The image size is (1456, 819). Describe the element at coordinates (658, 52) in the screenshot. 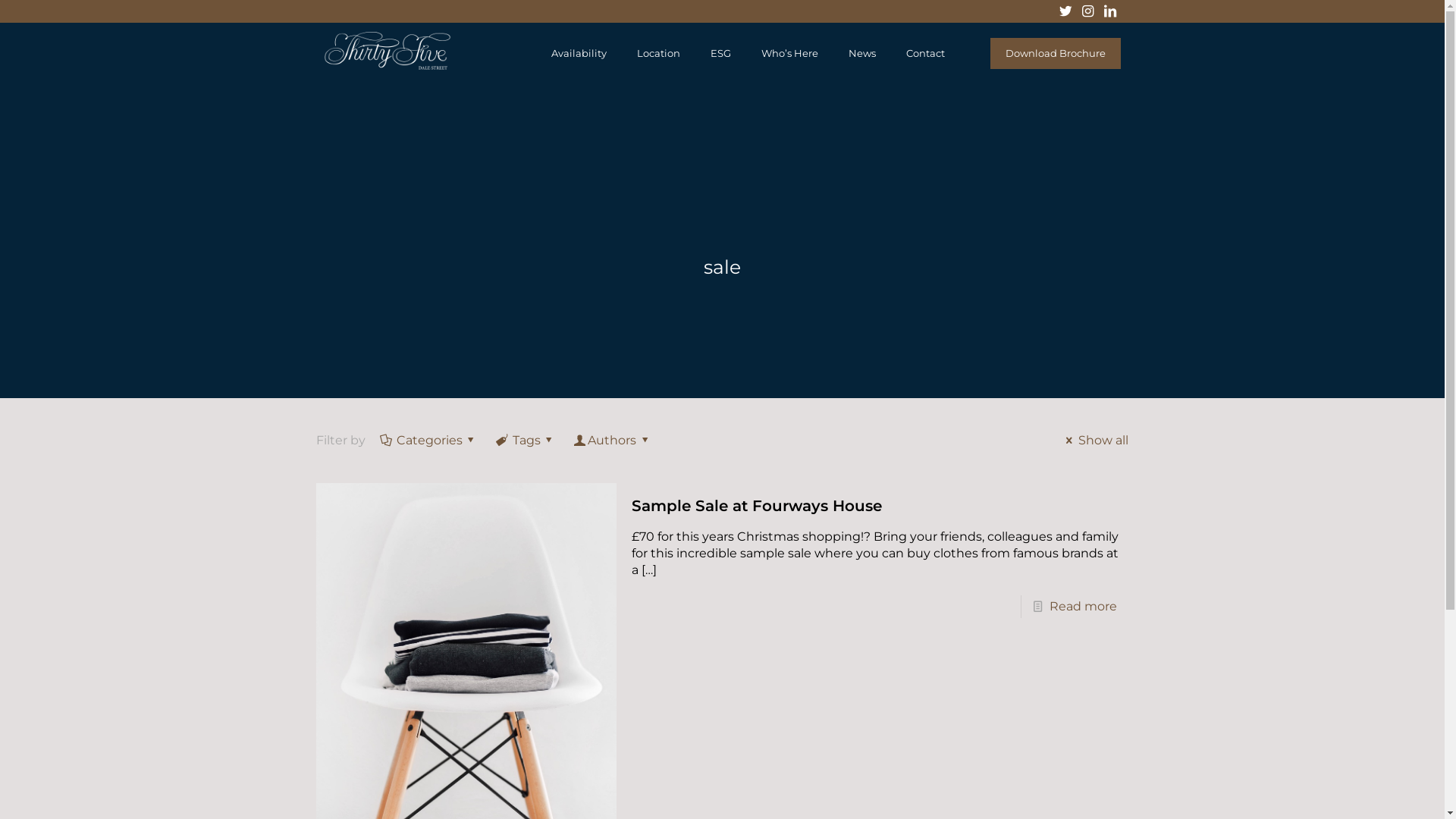

I see `'Location'` at that location.